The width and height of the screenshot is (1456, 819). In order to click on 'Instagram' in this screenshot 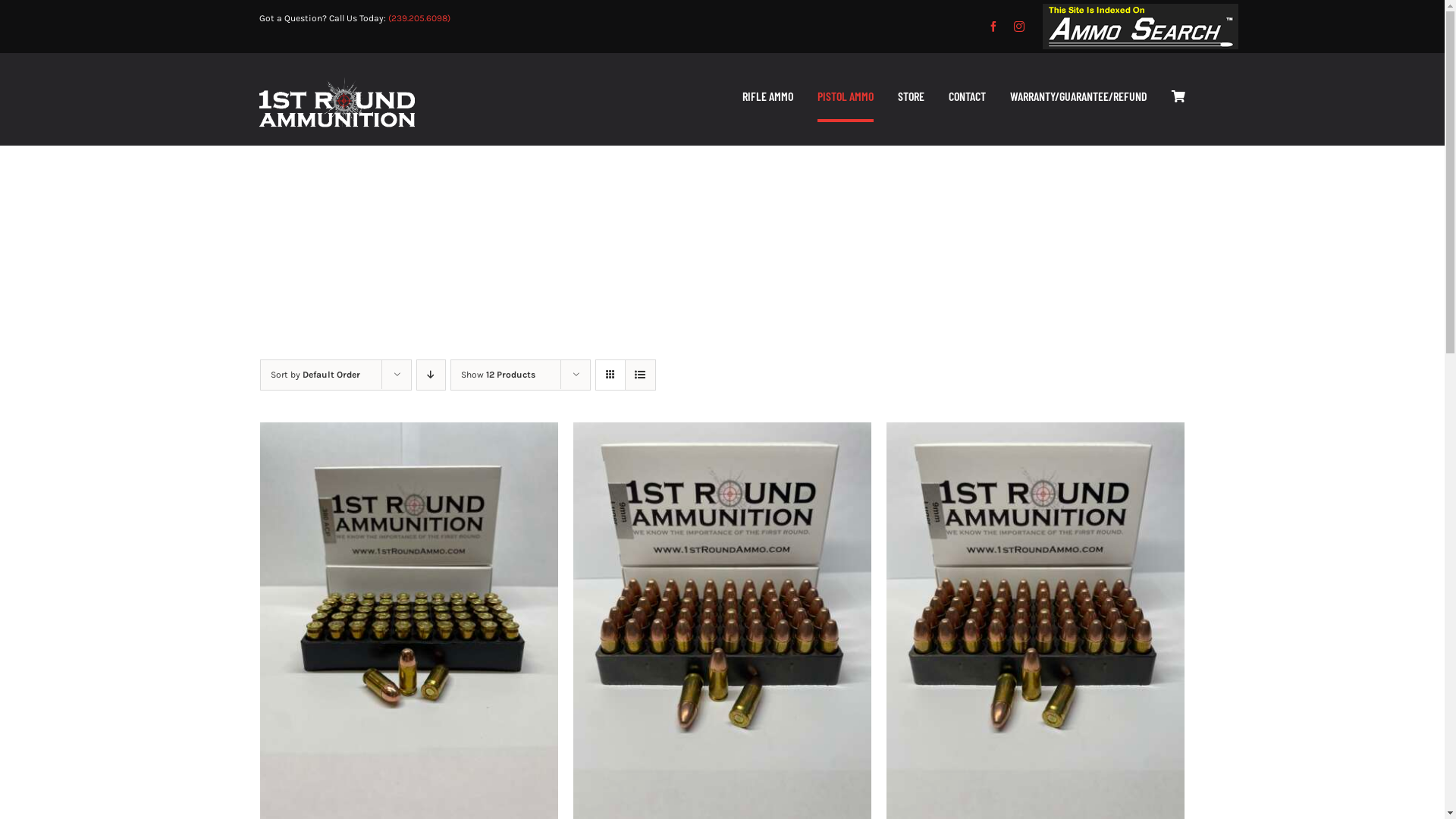, I will do `click(1019, 26)`.